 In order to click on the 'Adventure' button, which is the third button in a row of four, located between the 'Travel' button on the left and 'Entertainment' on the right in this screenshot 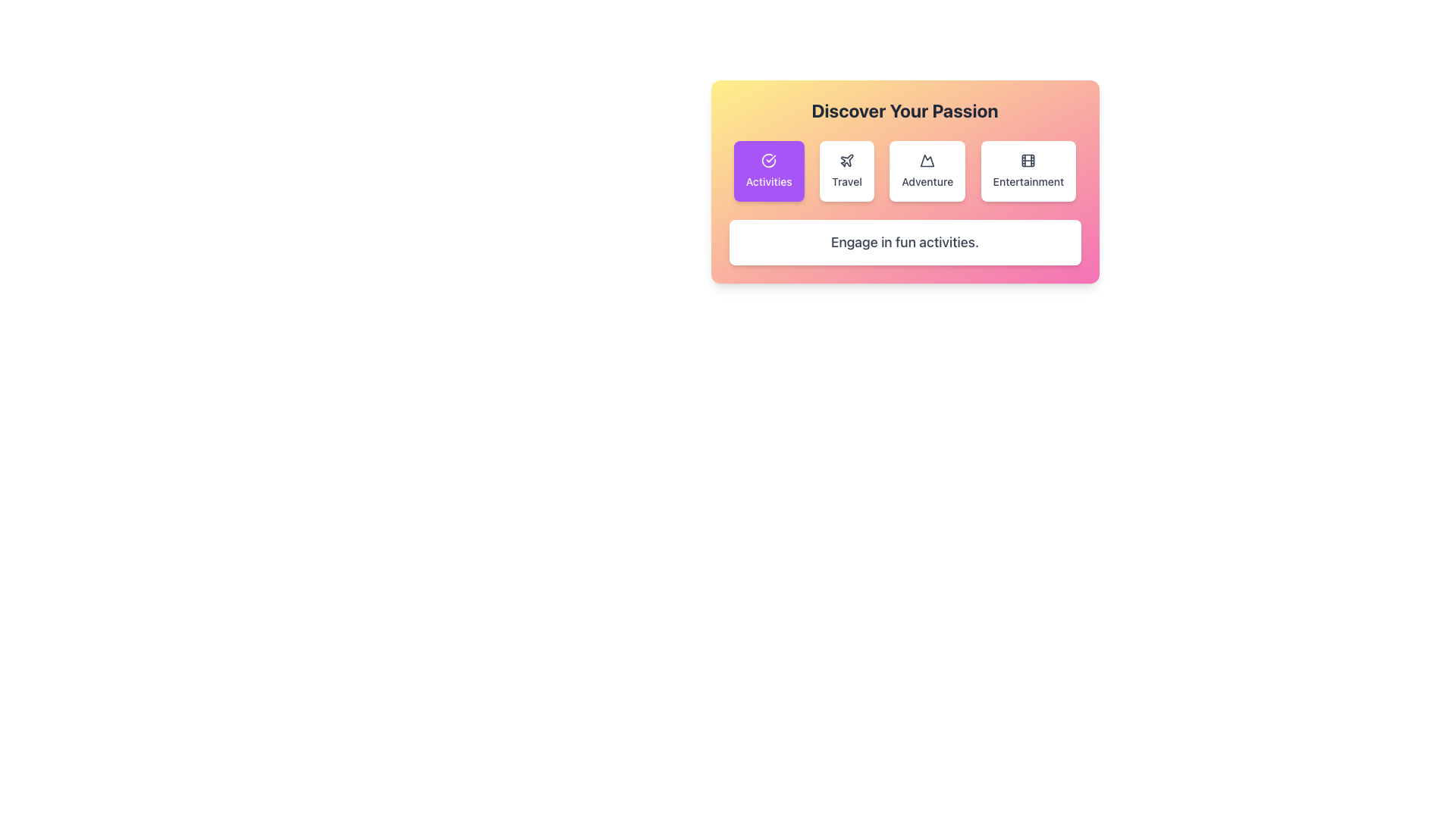, I will do `click(927, 171)`.